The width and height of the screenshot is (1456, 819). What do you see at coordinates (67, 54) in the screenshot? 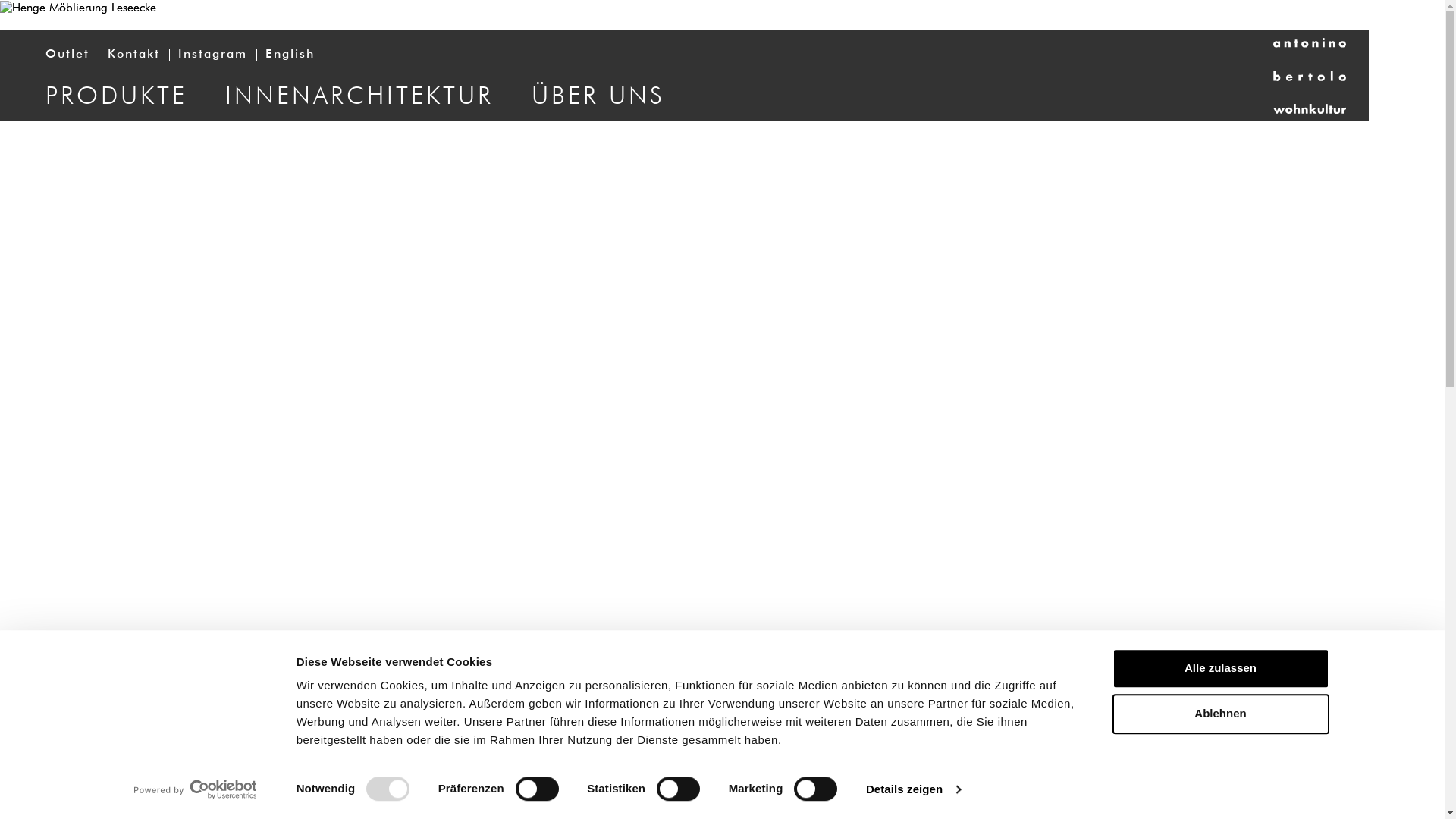
I see `'Outlet'` at bounding box center [67, 54].